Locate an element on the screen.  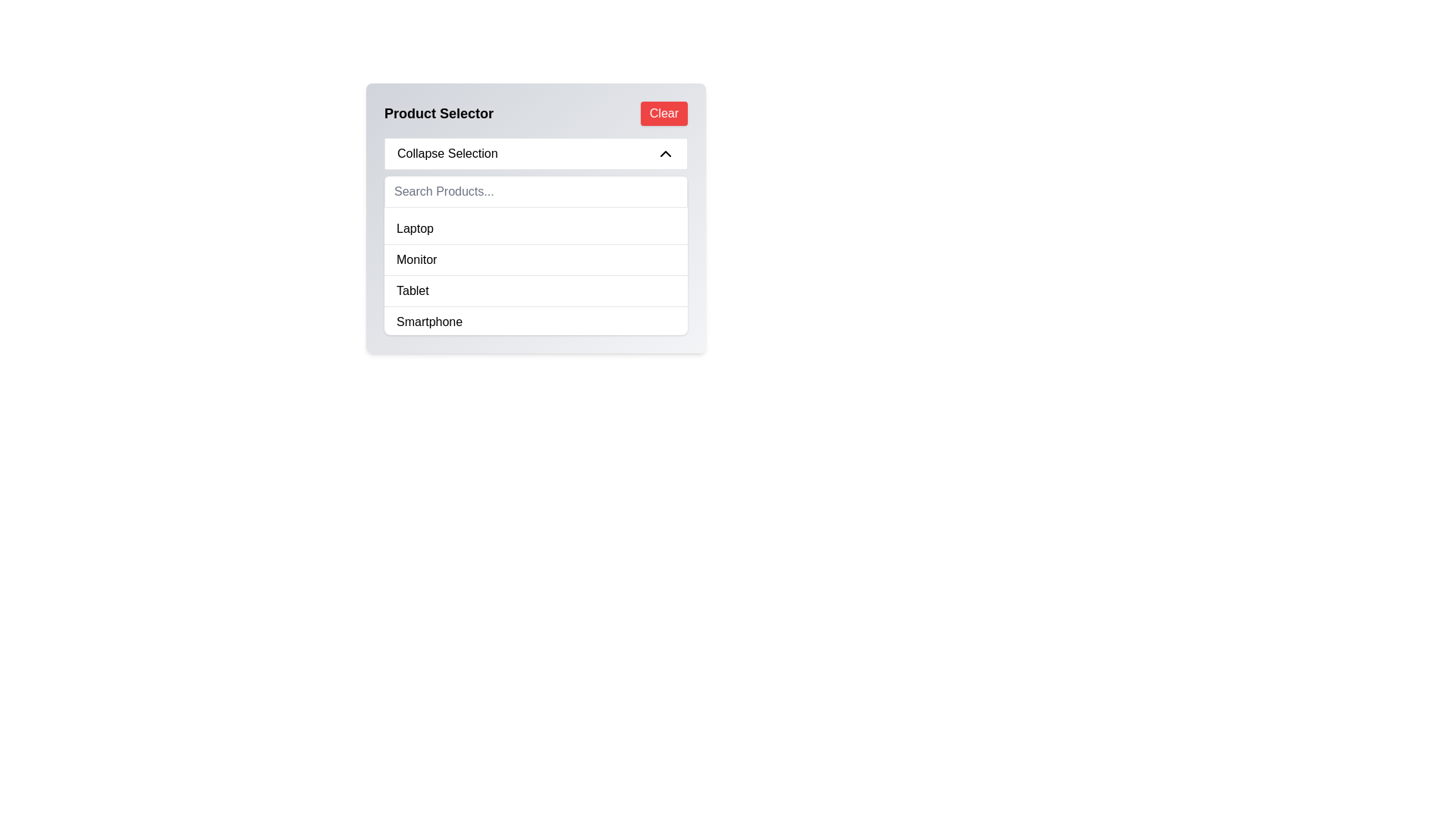
the text label 'Smartphone' at the bottom of the selectable list is located at coordinates (428, 321).